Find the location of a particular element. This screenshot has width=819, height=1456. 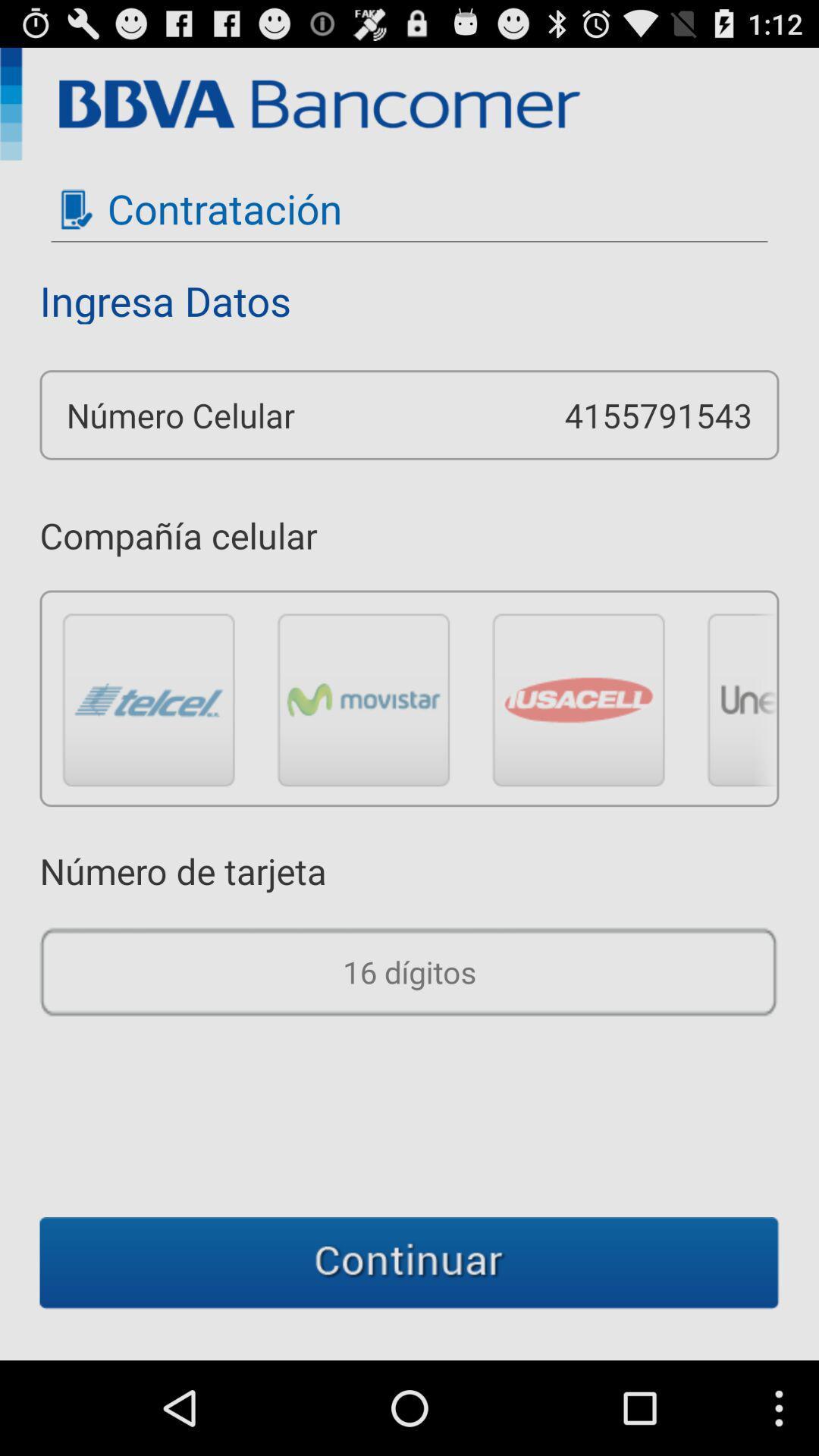

choose cellular provider is located at coordinates (363, 698).